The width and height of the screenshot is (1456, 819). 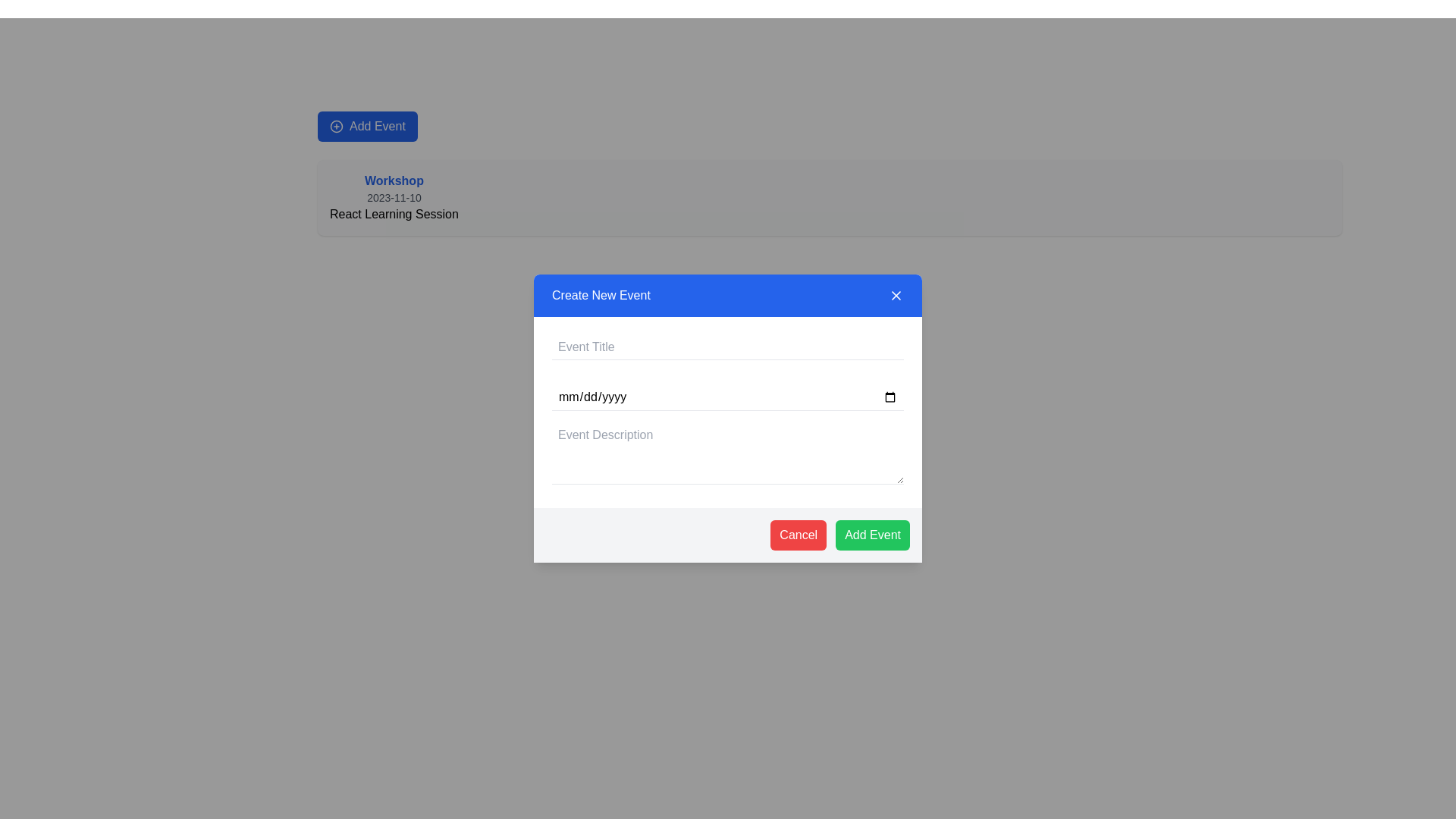 What do you see at coordinates (873, 534) in the screenshot?
I see `the confirm button located to the right of the red 'Cancel' button within a gray background area` at bounding box center [873, 534].